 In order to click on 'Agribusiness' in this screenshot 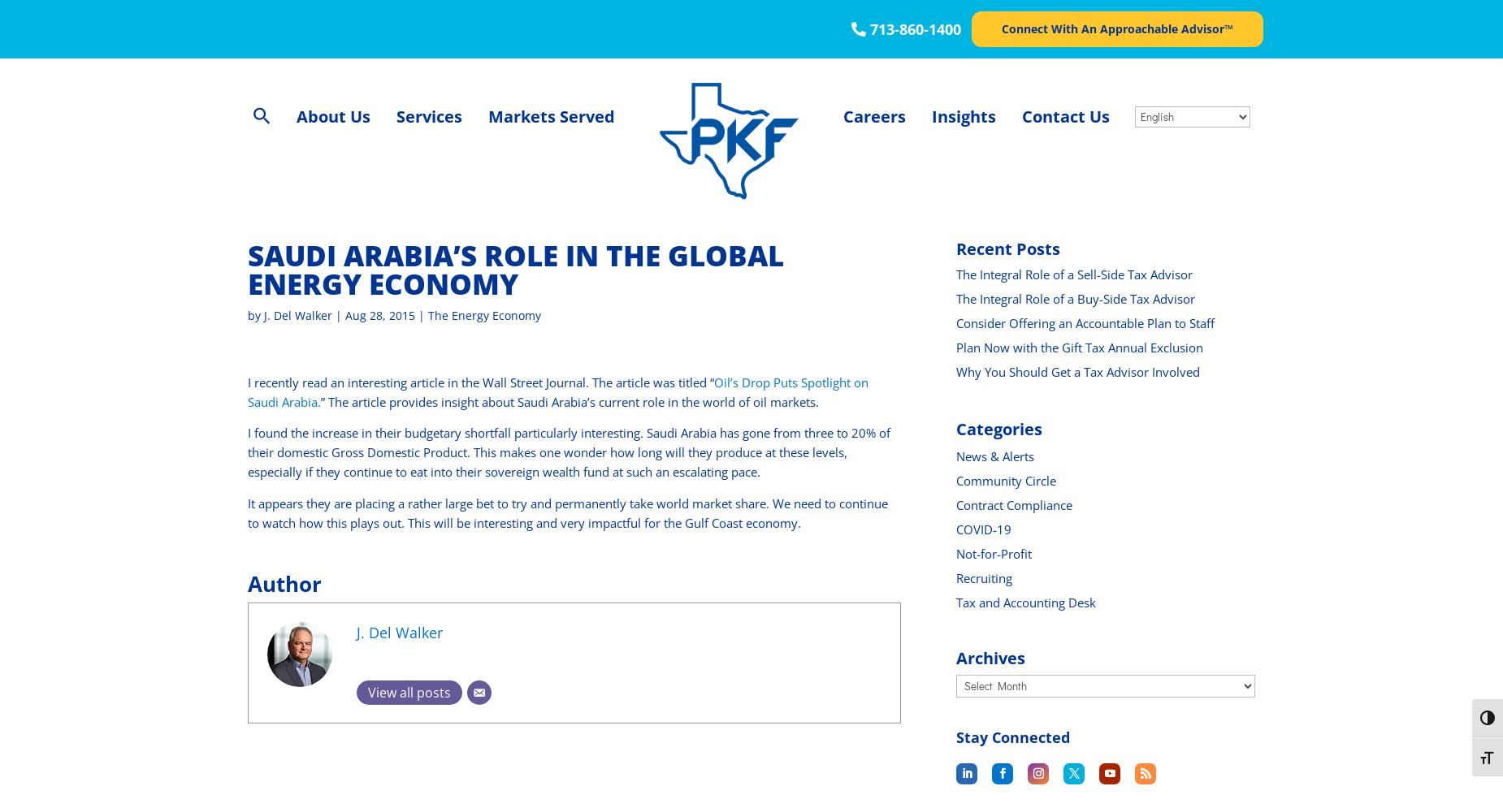, I will do `click(529, 163)`.